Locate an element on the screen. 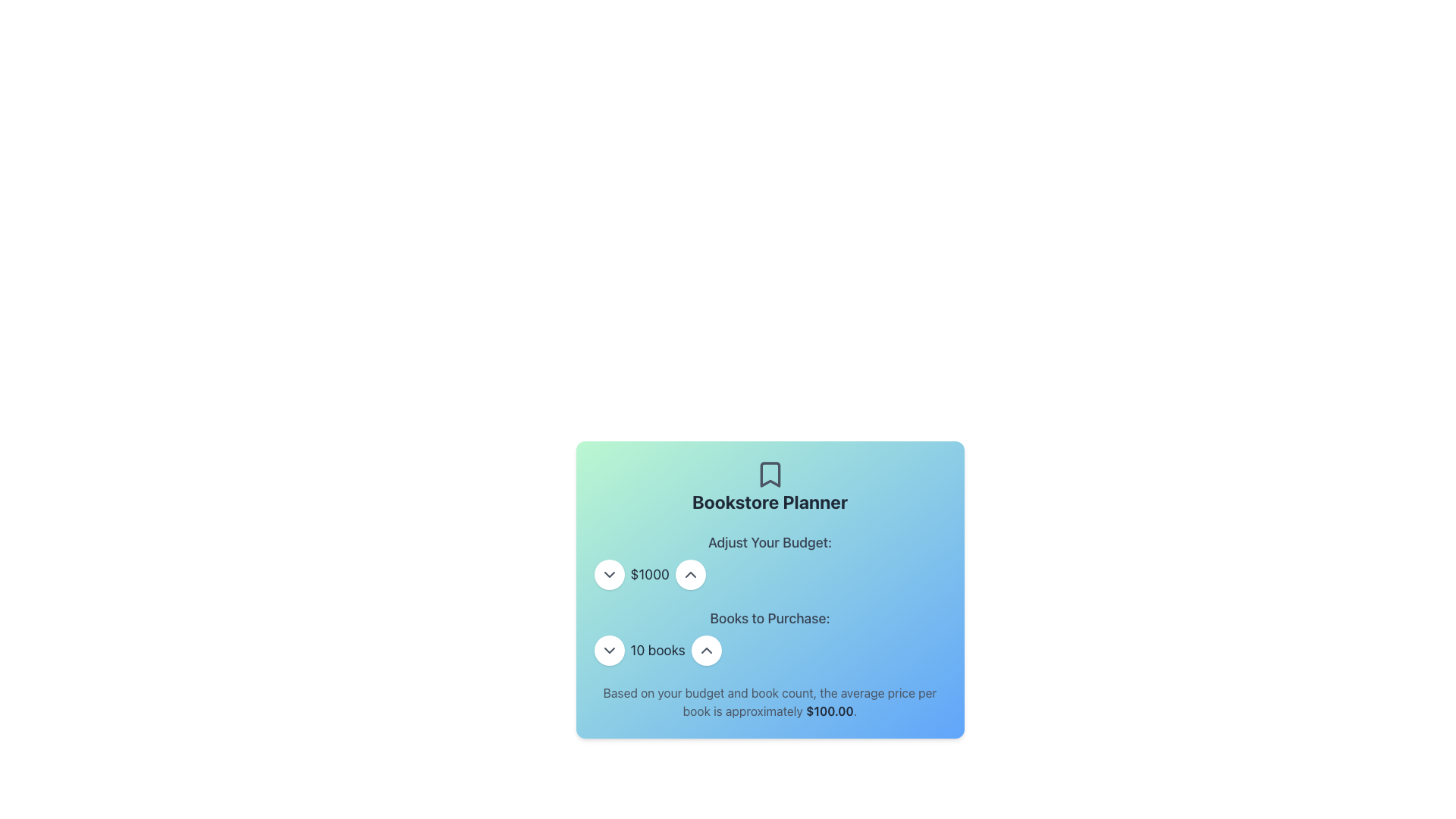  the text display element showing '$100.00' in bold gray font, which is the average price per book in the 'Bookstore Planner' card is located at coordinates (829, 711).